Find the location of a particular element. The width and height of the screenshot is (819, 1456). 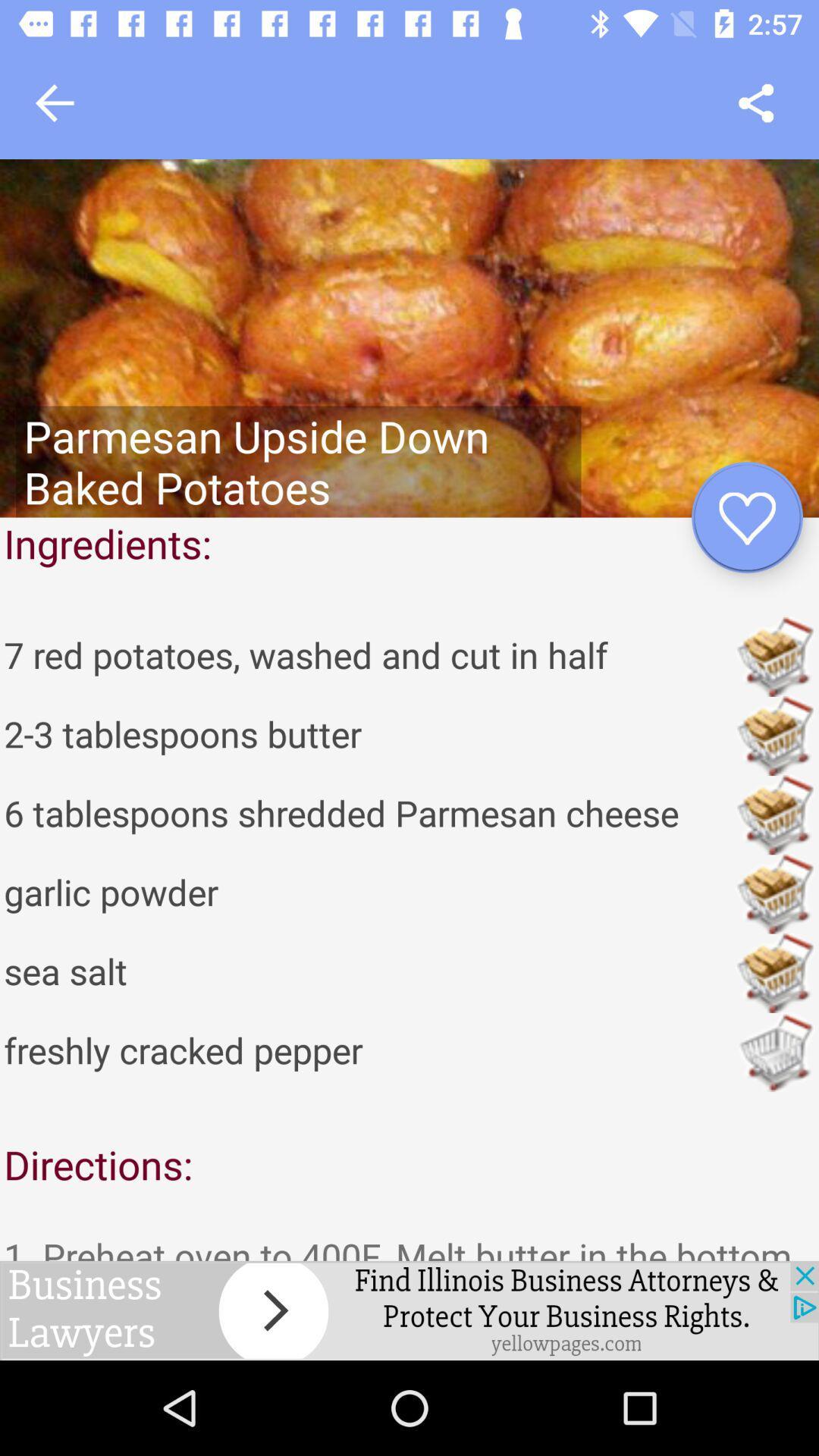

previous page is located at coordinates (54, 102).